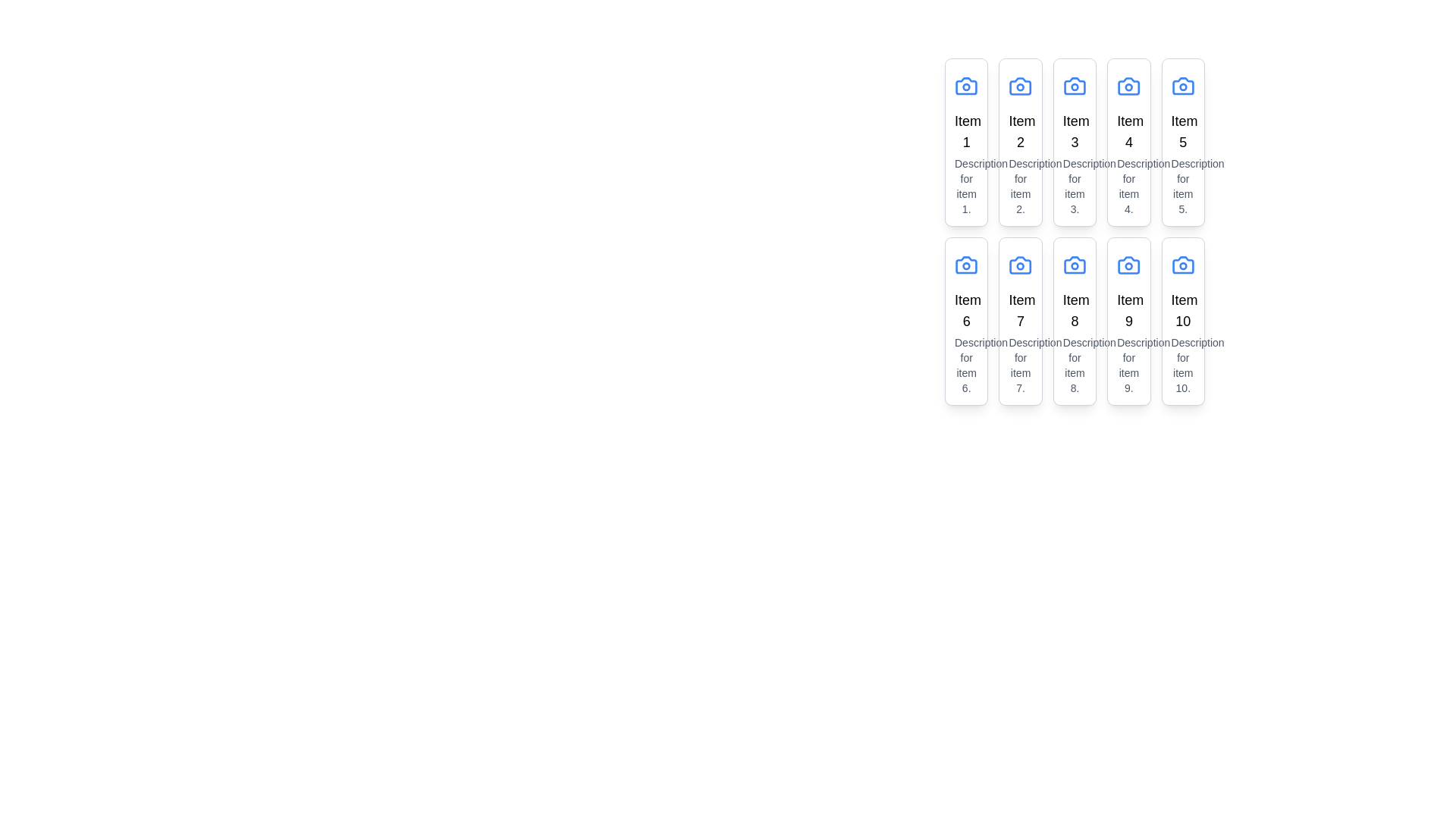  What do you see at coordinates (1182, 130) in the screenshot?
I see `the text label that serves as the heading for 'Item 5', which is centrally located in its card structure, positioned below an icon and above description text` at bounding box center [1182, 130].